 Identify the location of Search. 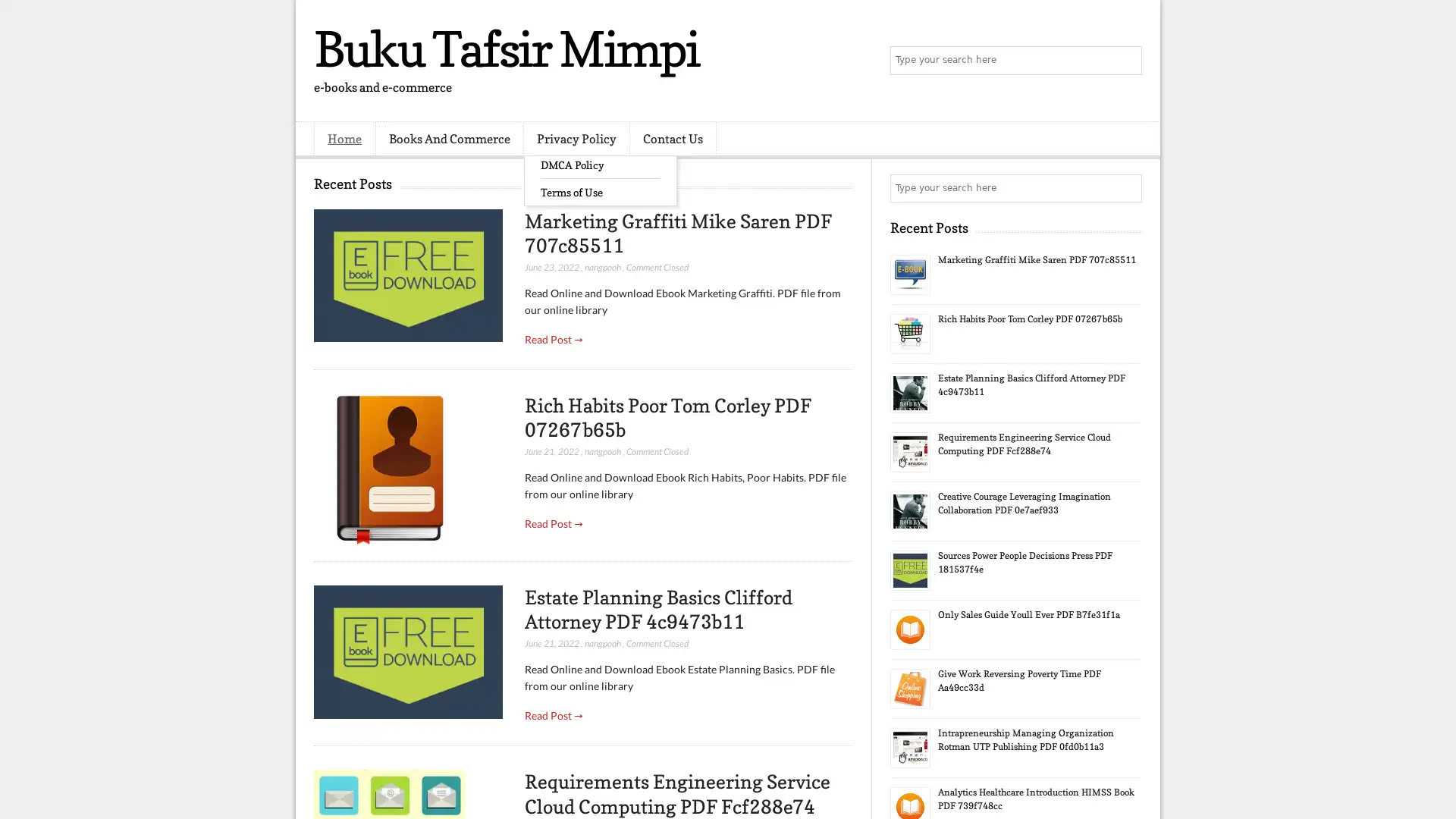
(1126, 188).